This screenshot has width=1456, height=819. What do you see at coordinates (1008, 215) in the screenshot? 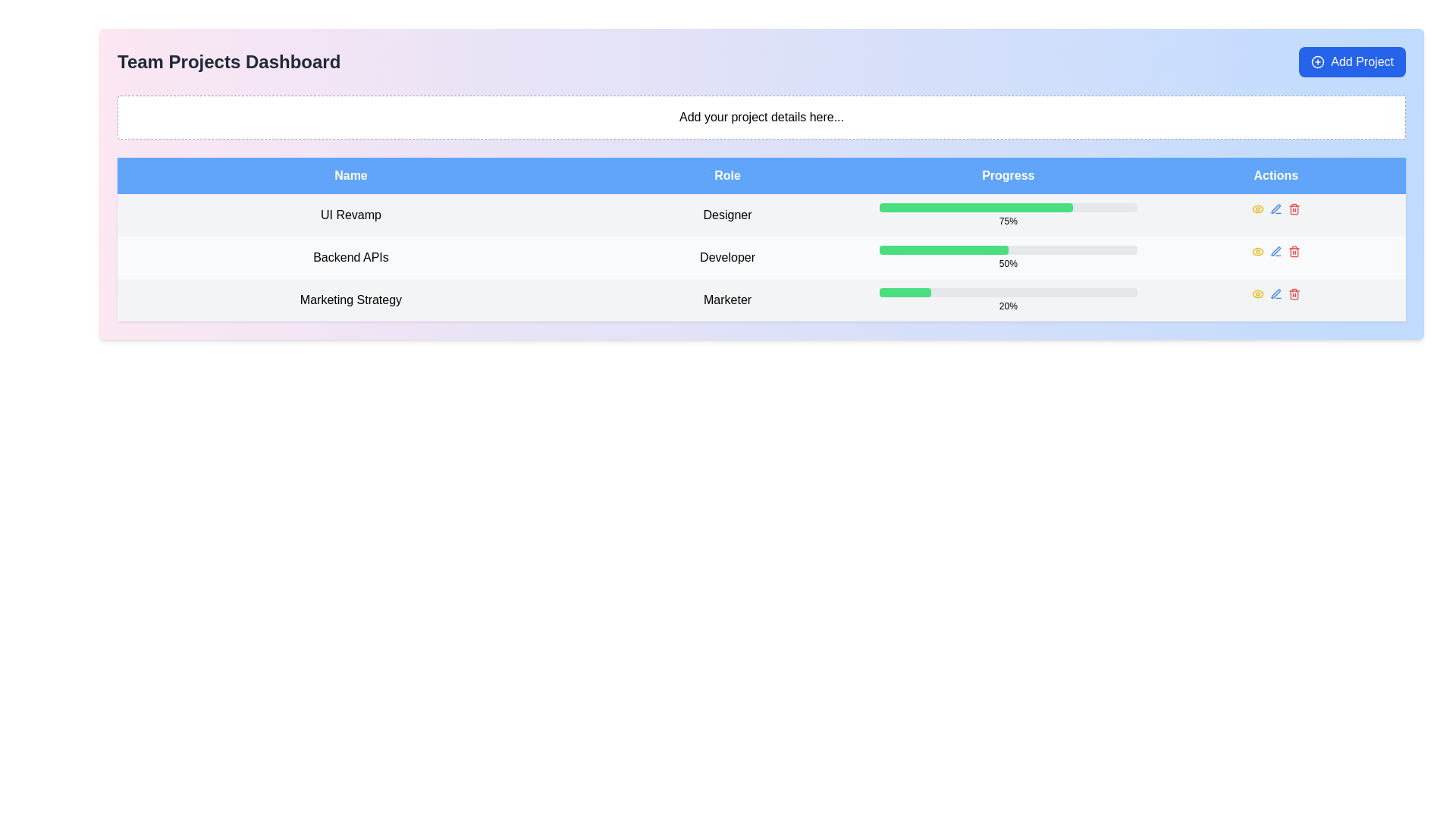
I see `the progress bar indicating 75% completion for the Designer role in the Progress column` at bounding box center [1008, 215].